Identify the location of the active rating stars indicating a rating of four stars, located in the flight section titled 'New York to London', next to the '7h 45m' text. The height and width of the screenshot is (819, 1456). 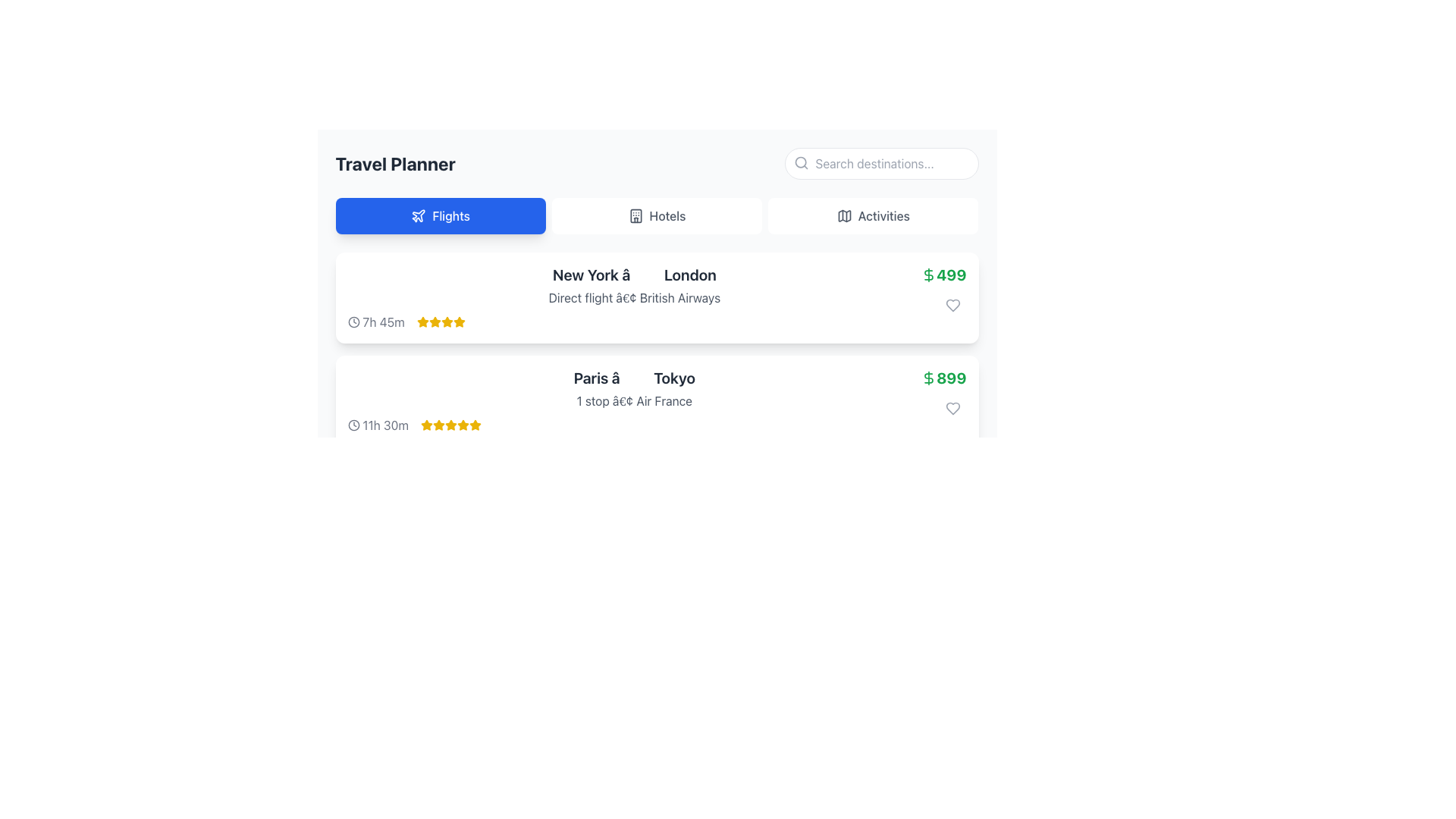
(440, 321).